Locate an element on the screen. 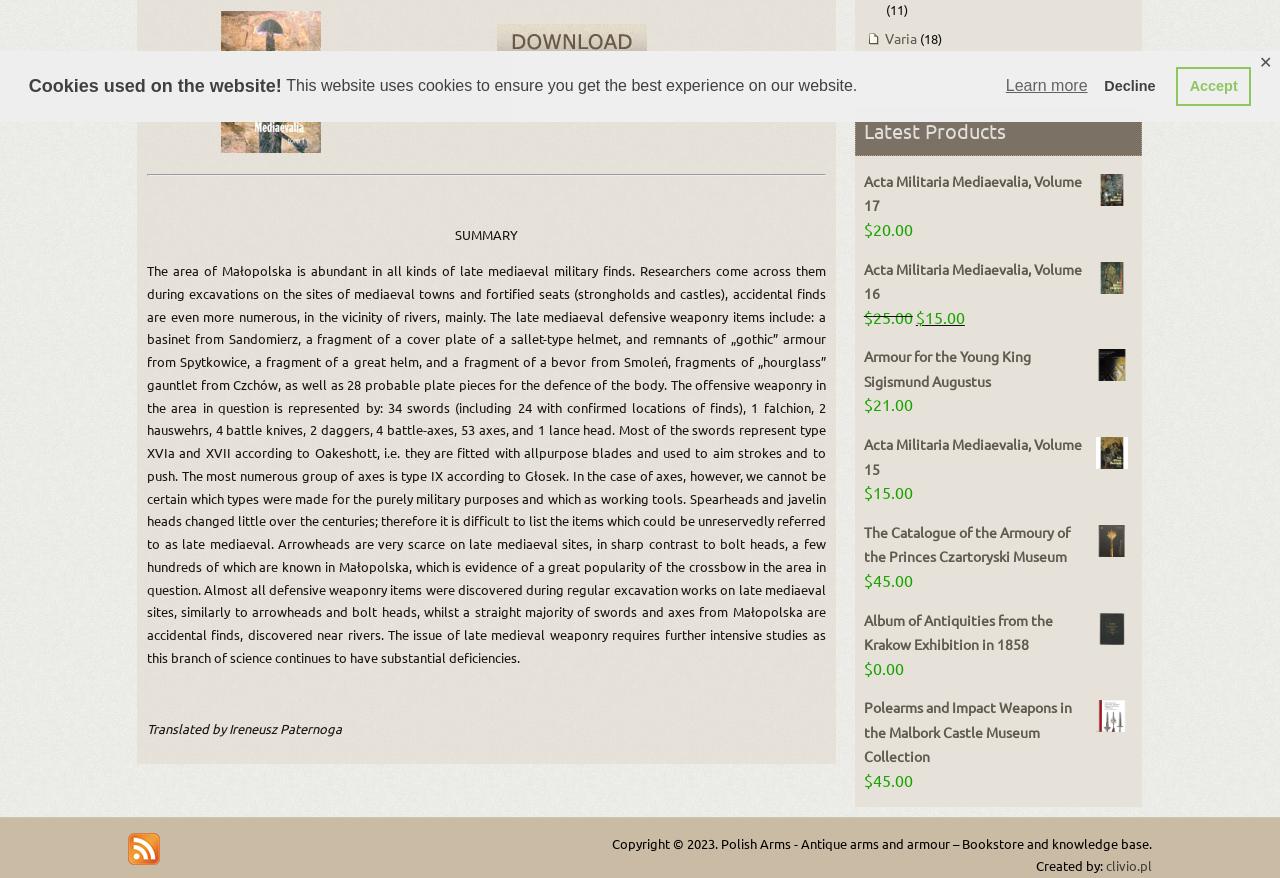  '(18)' is located at coordinates (929, 37).